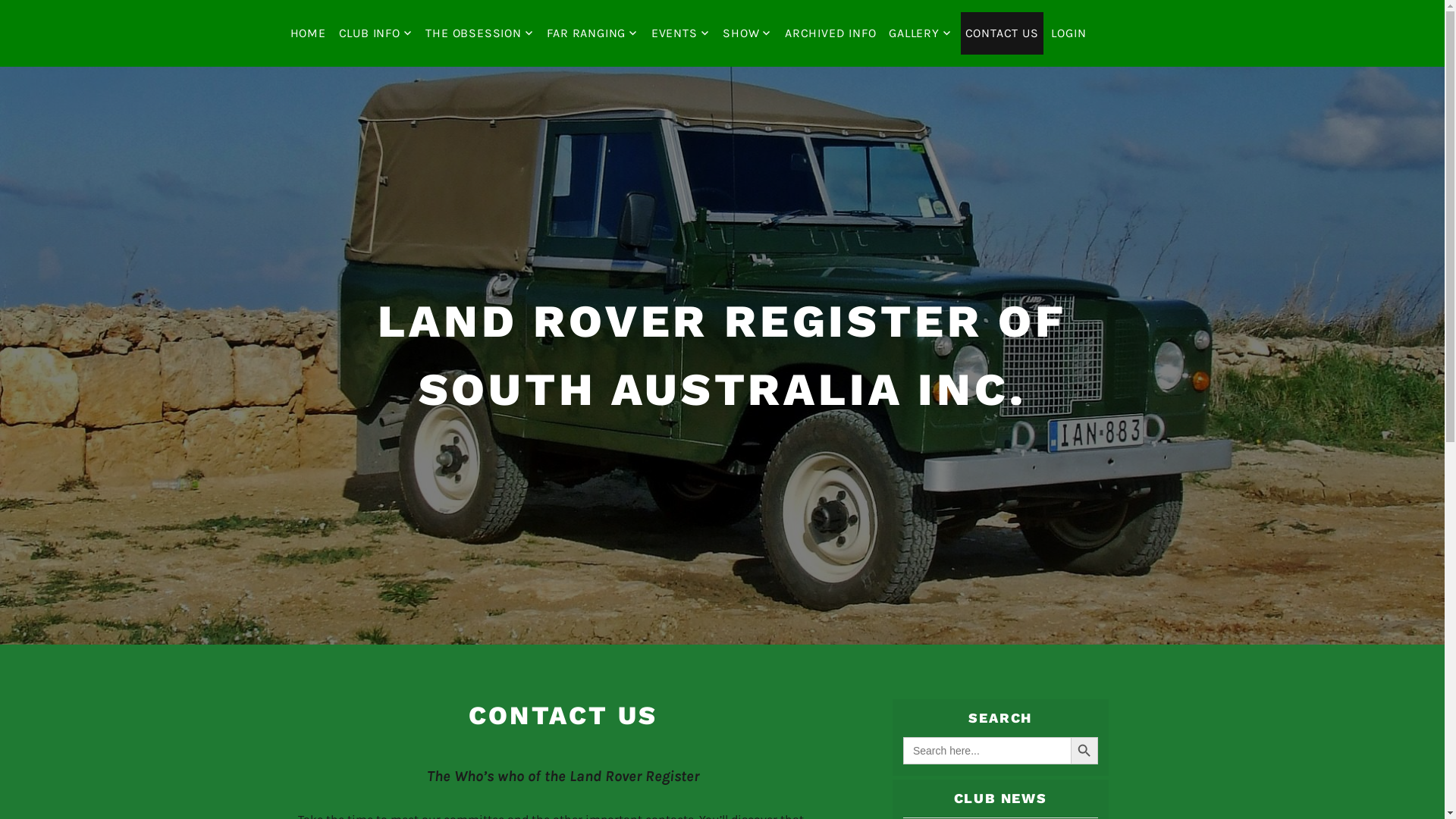 The width and height of the screenshot is (1456, 819). I want to click on 'GALLERY', so click(919, 33).